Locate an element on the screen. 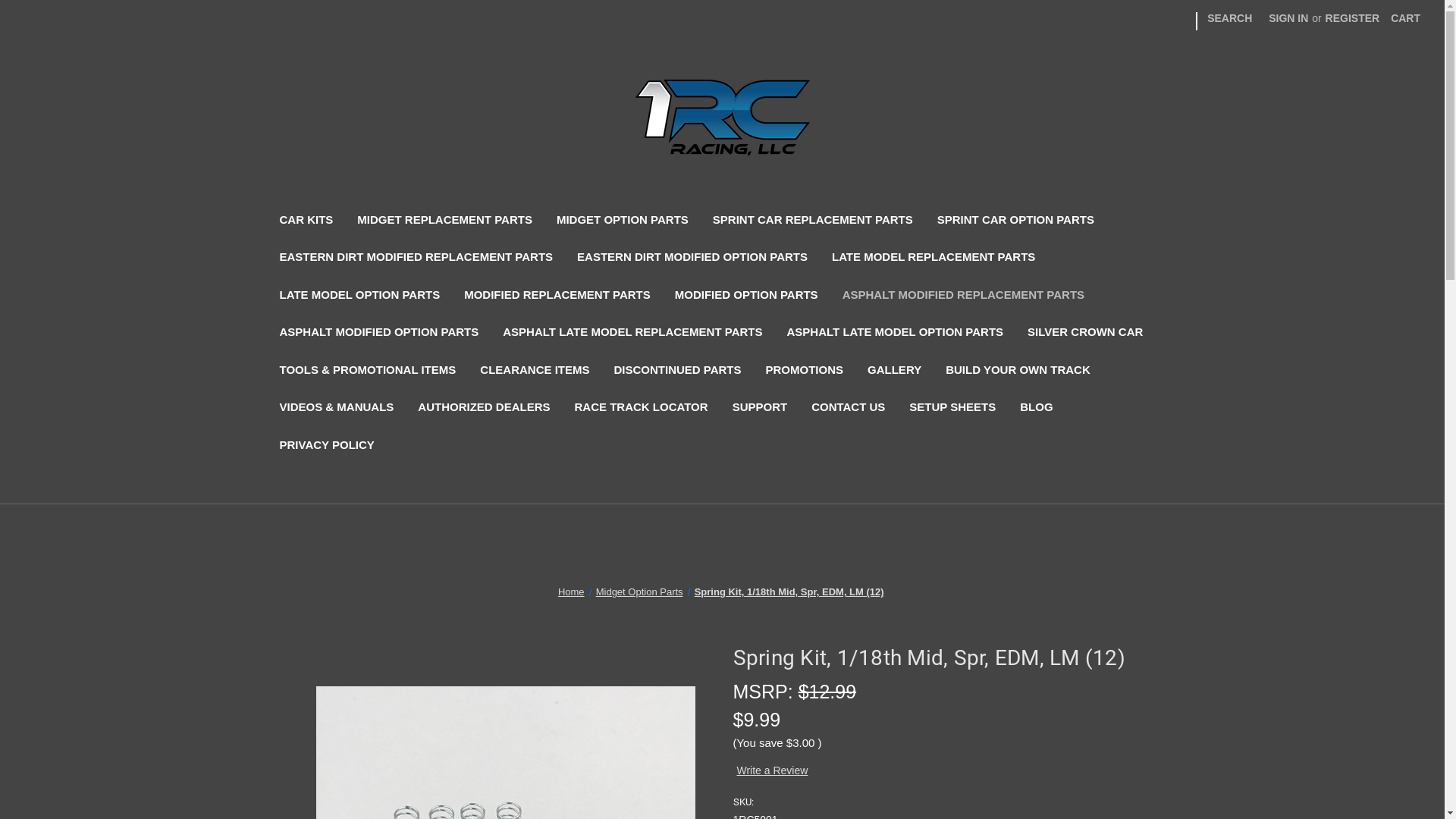  'CAR KITS' is located at coordinates (305, 221).